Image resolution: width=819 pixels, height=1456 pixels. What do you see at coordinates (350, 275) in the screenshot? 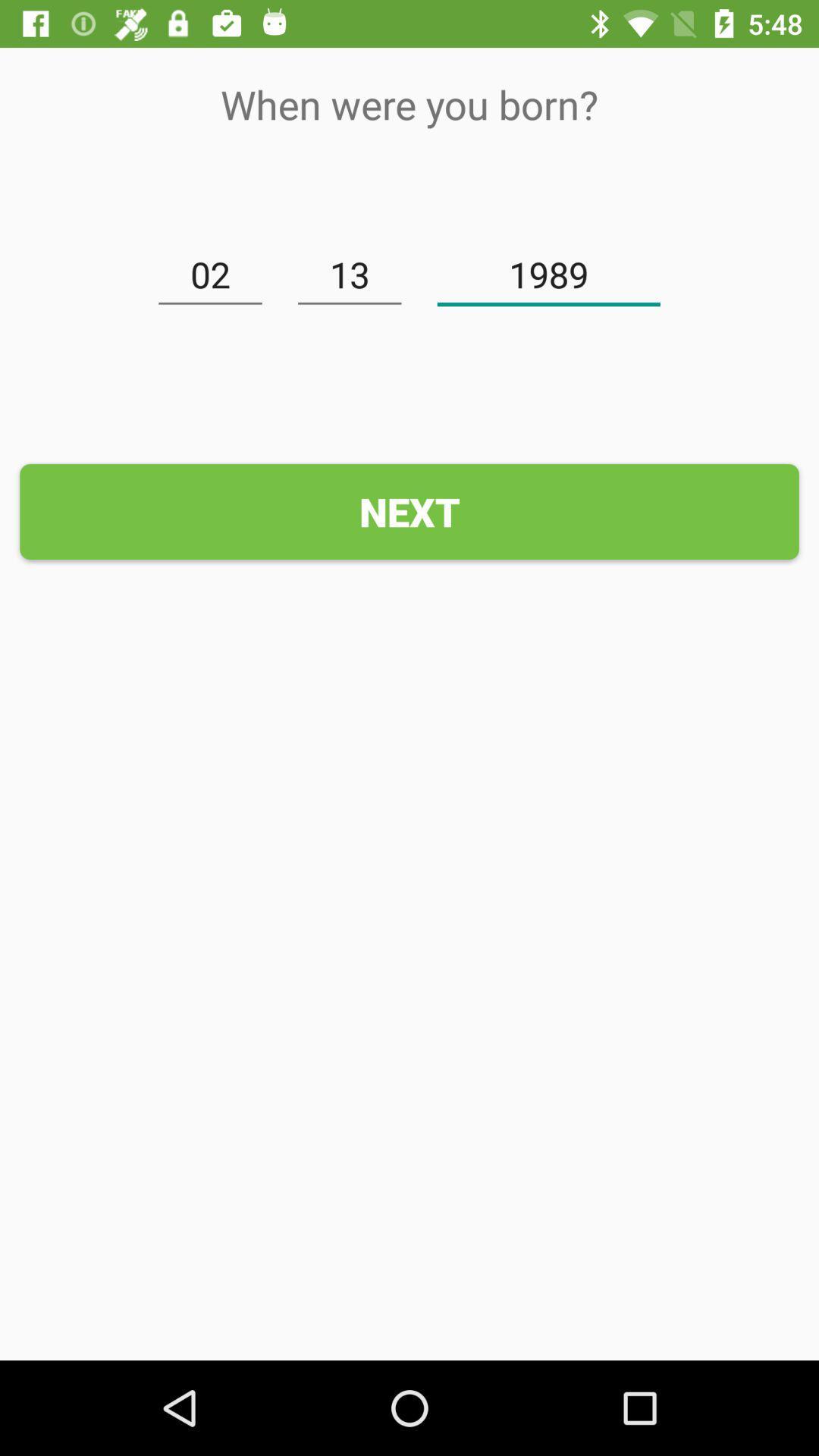
I see `the 13` at bounding box center [350, 275].